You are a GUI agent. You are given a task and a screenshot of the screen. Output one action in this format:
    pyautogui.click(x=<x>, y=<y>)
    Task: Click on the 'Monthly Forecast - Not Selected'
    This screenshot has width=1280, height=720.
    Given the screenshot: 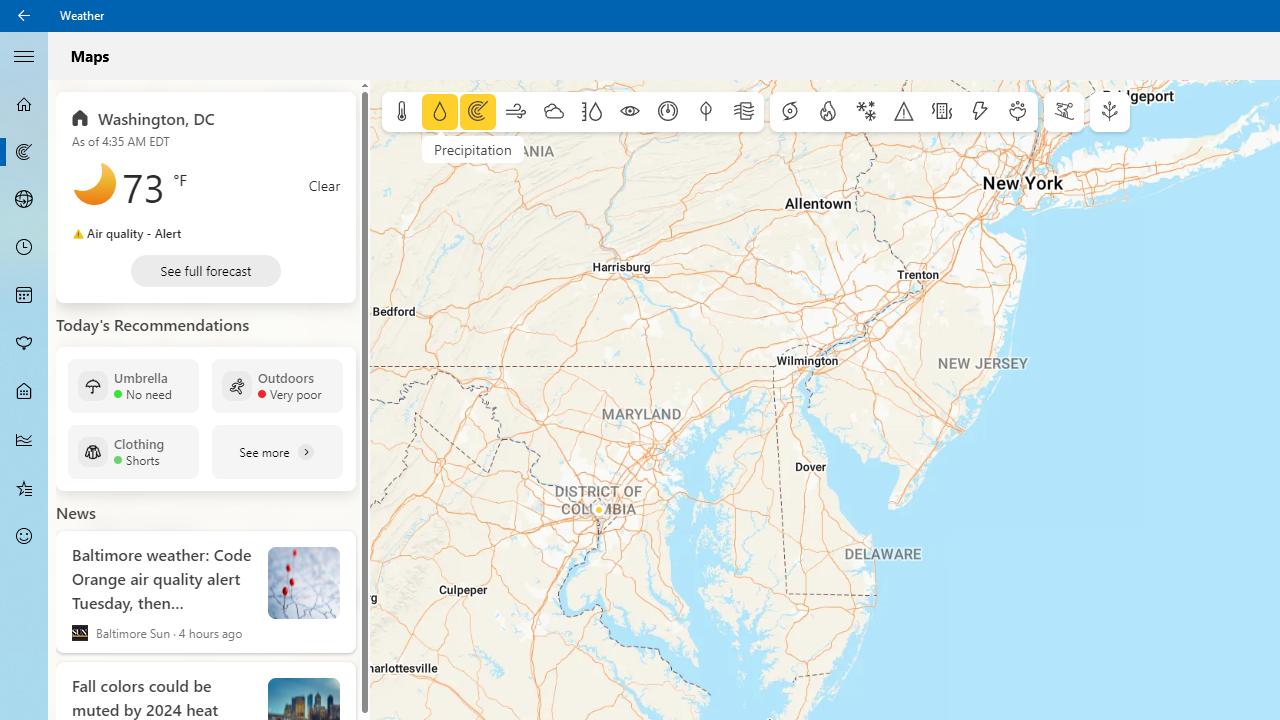 What is the action you would take?
    pyautogui.click(x=24, y=295)
    